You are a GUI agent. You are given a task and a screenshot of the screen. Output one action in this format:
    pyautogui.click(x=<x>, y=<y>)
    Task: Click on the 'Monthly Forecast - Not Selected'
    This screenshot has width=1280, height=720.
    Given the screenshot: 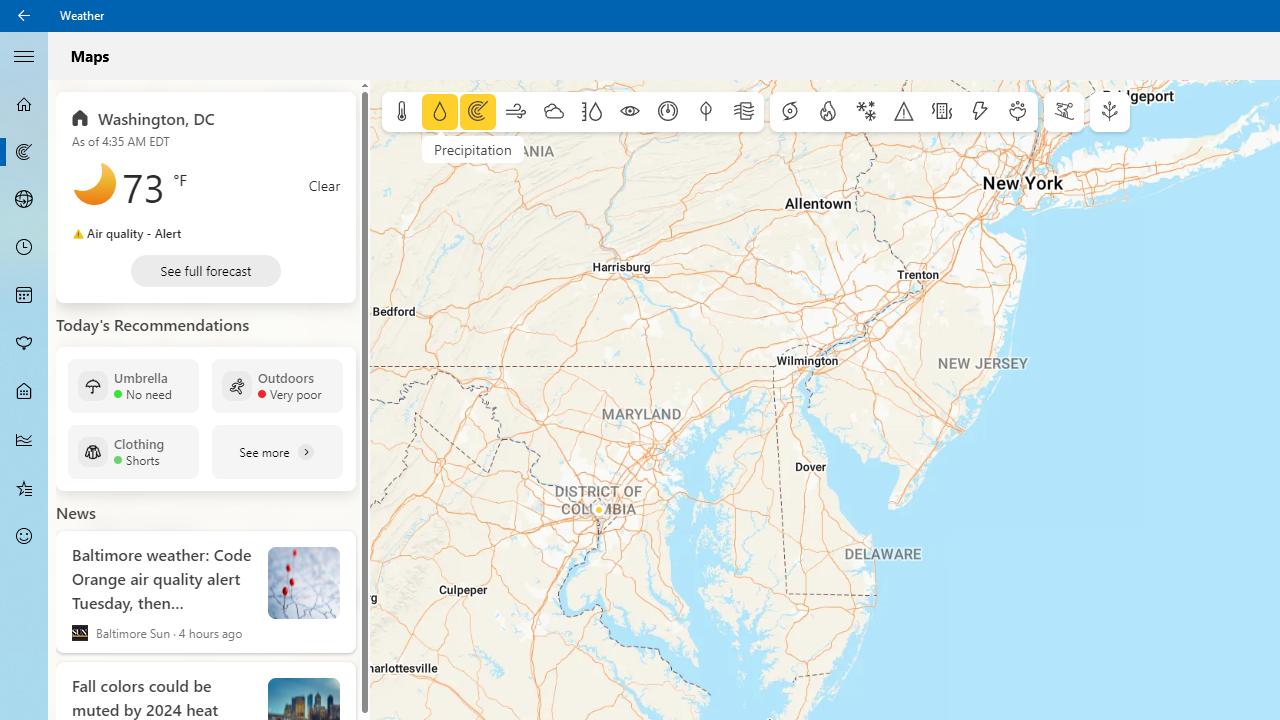 What is the action you would take?
    pyautogui.click(x=24, y=295)
    